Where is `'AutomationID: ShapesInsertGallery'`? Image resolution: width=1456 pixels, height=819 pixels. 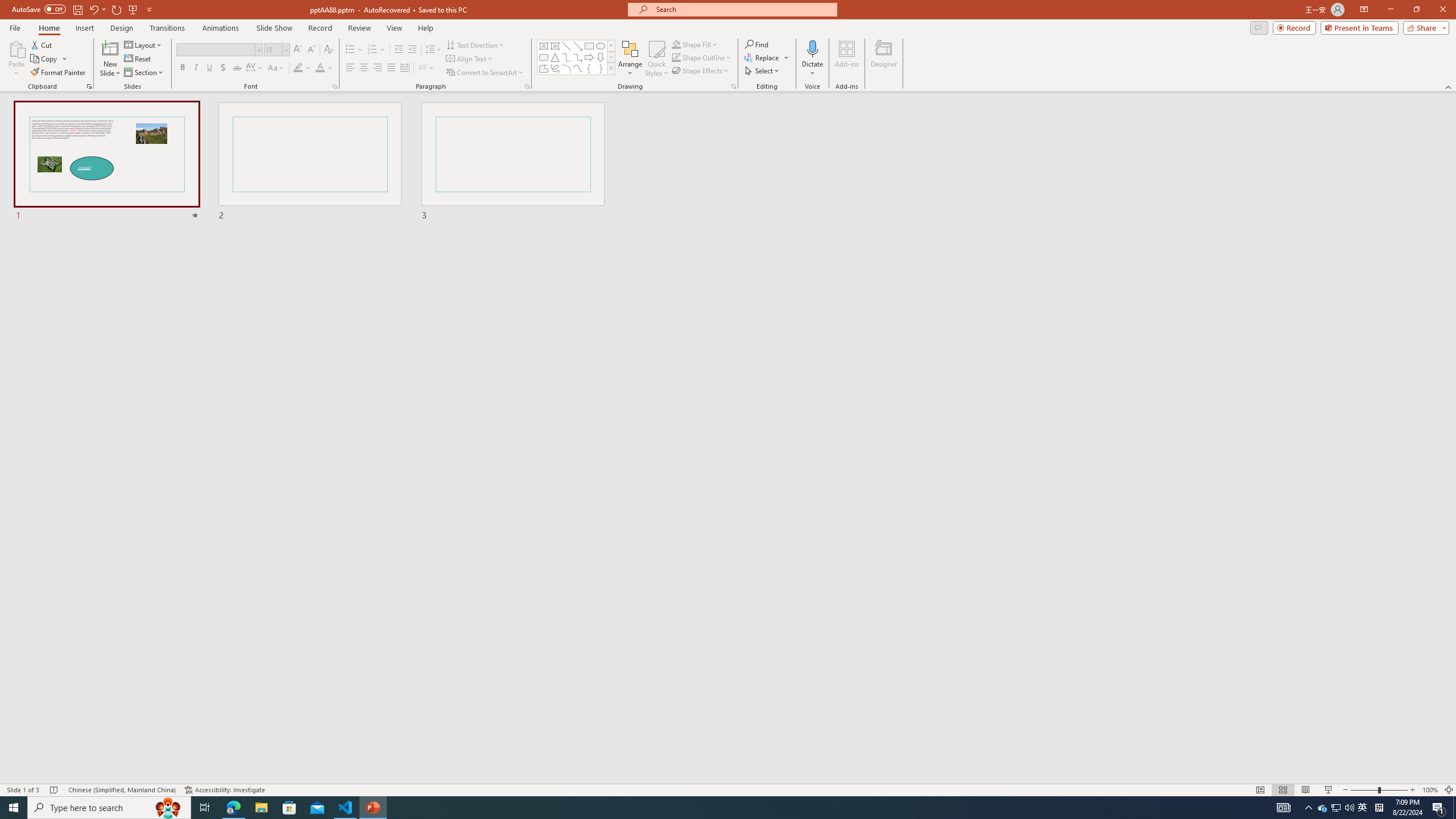
'AutomationID: ShapesInsertGallery' is located at coordinates (576, 57).